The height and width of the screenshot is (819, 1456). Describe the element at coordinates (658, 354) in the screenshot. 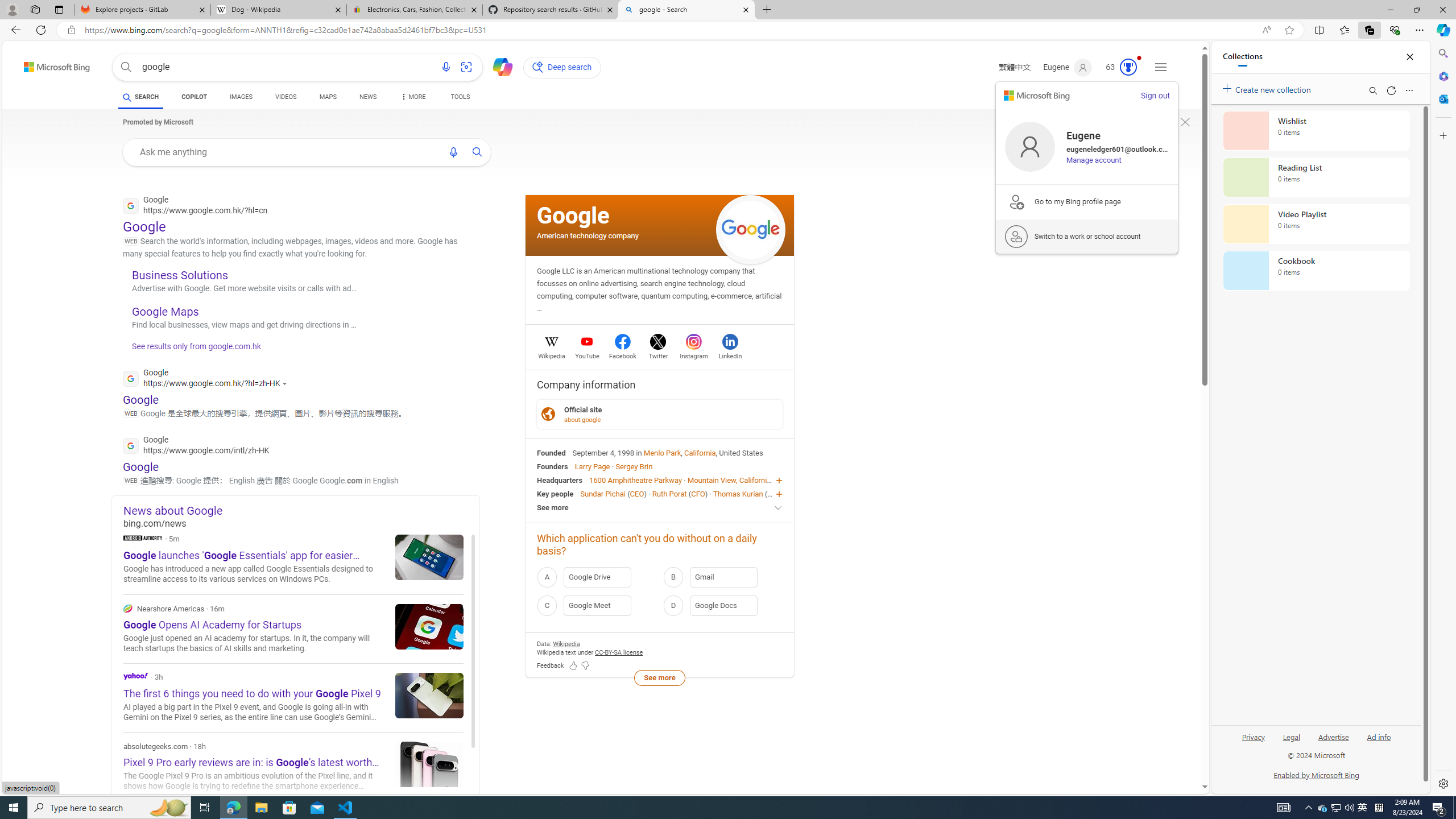

I see `'Twitter'` at that location.